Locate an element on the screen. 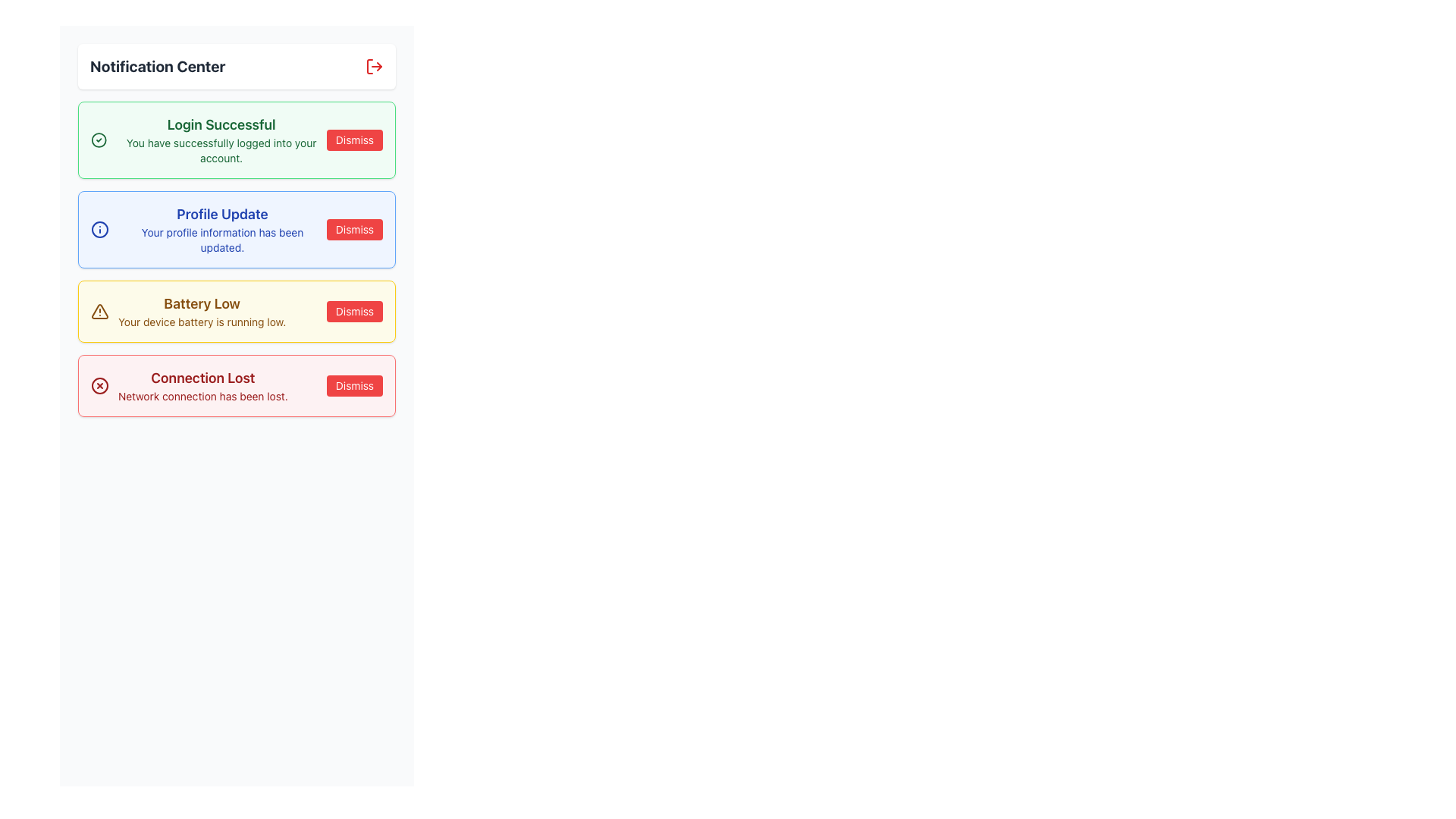 The image size is (1456, 819). the network connectivity notification block, which is the last notification in the list and provides an option to dismiss the notification is located at coordinates (236, 385).